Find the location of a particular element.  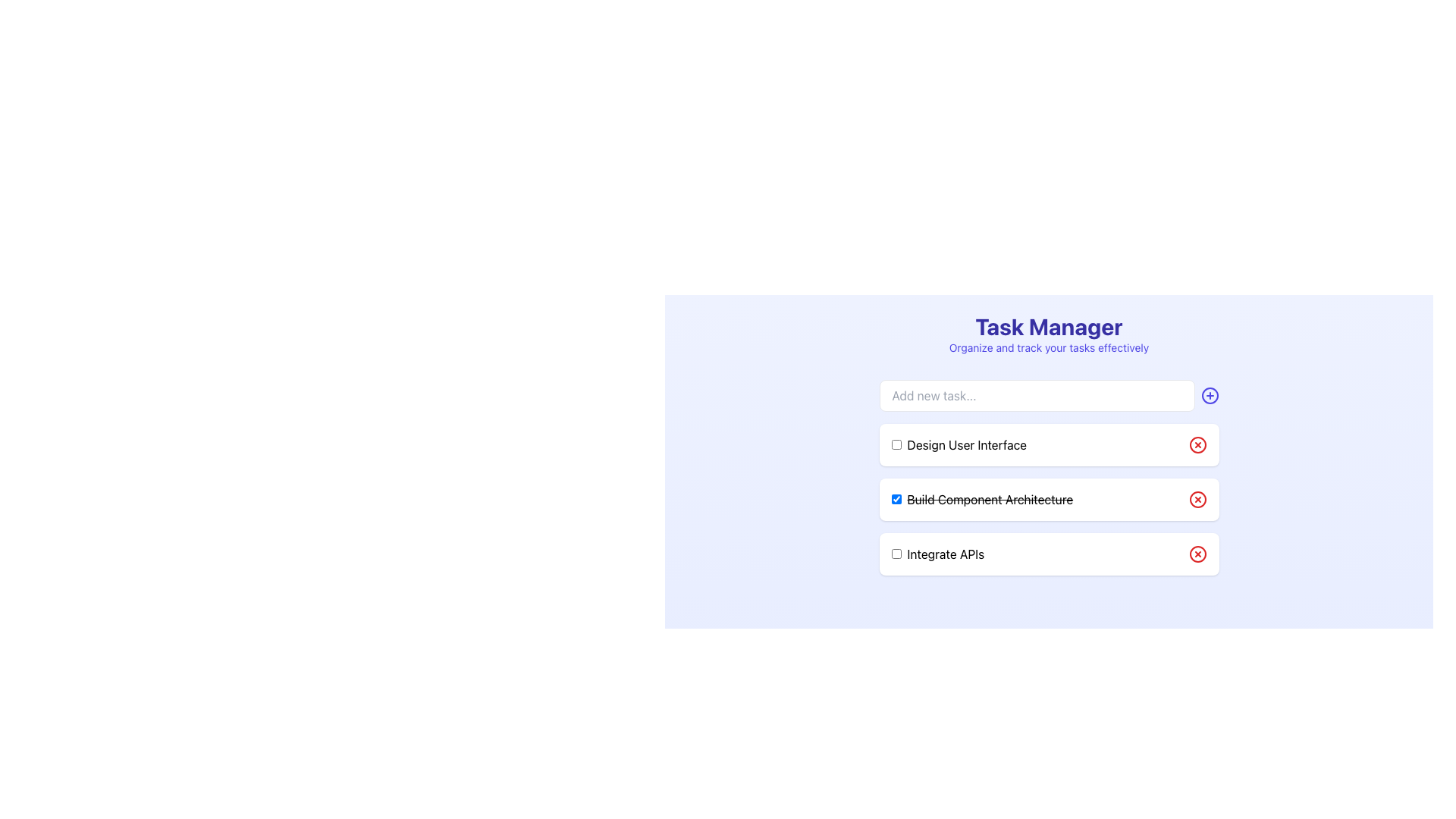

the checkbox is located at coordinates (896, 553).